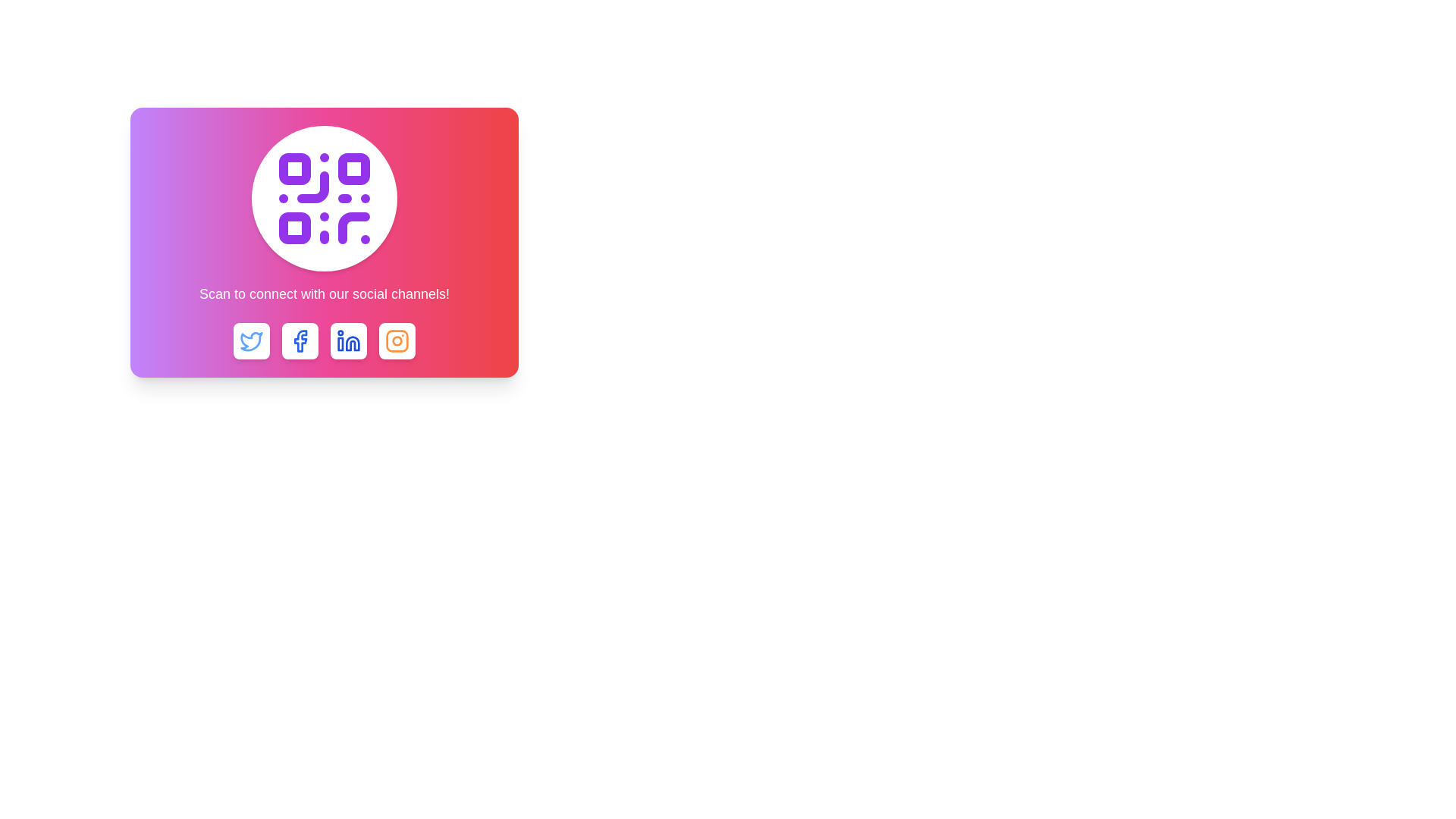 Image resolution: width=1456 pixels, height=819 pixels. I want to click on the orange-colored Instagram icon with a camera graphic, so click(397, 341).